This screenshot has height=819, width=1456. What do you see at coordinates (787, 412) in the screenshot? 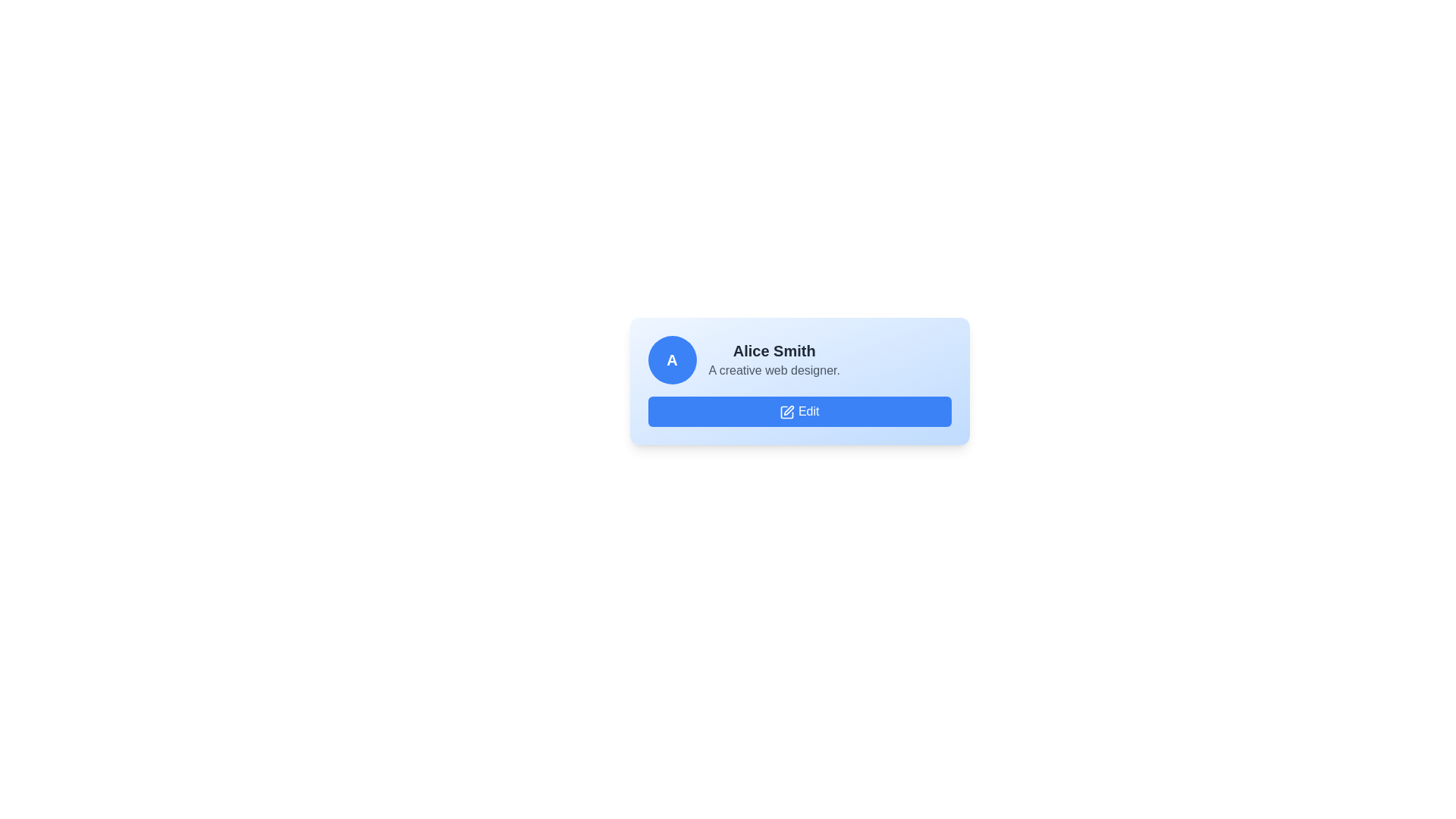
I see `the small pencil icon over the square within the 'Edit' button` at bounding box center [787, 412].